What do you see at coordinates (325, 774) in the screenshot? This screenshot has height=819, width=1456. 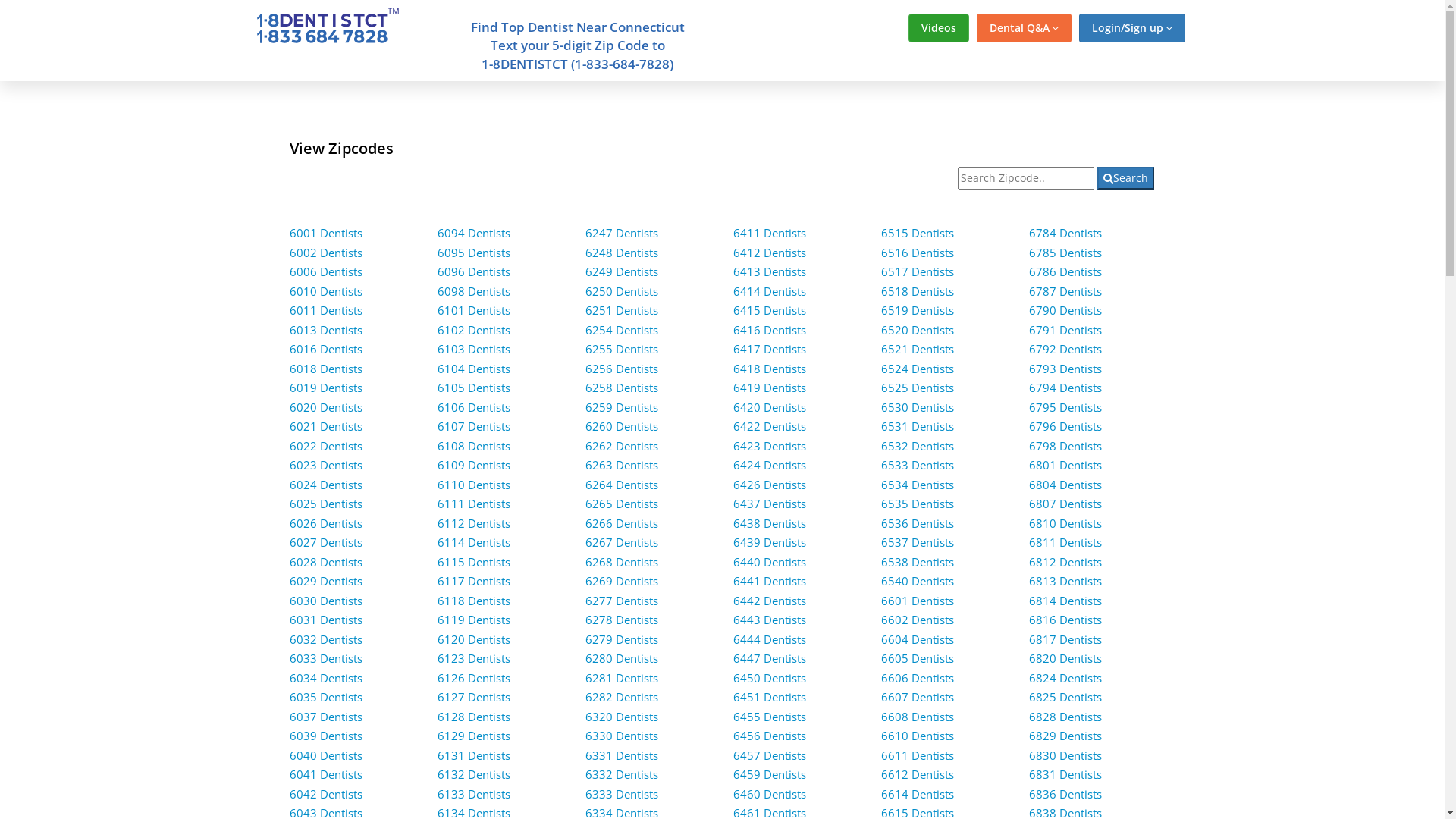 I see `'6041 Dentists'` at bounding box center [325, 774].